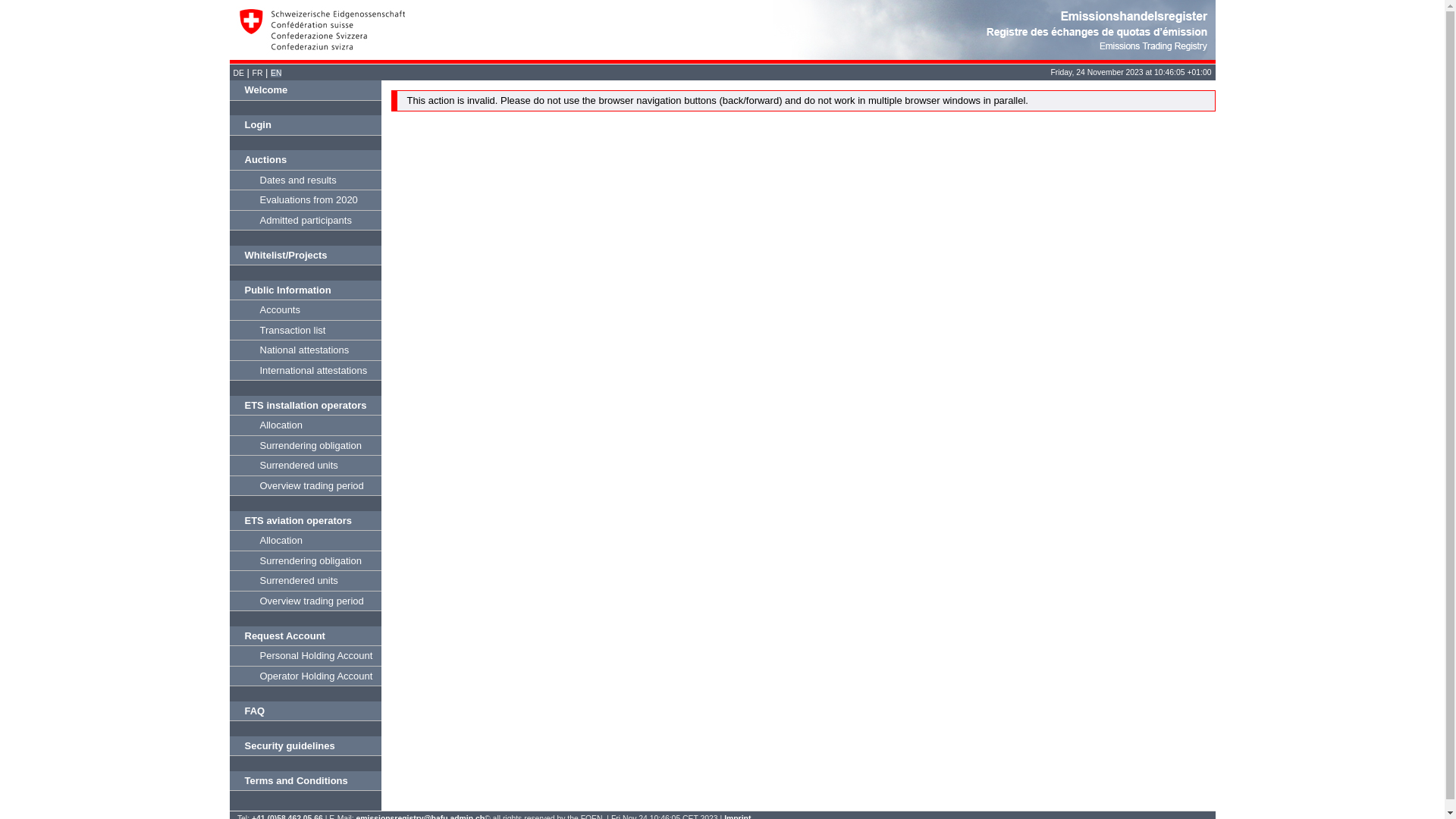 The image size is (1456, 819). I want to click on 'National attestations', so click(304, 350).